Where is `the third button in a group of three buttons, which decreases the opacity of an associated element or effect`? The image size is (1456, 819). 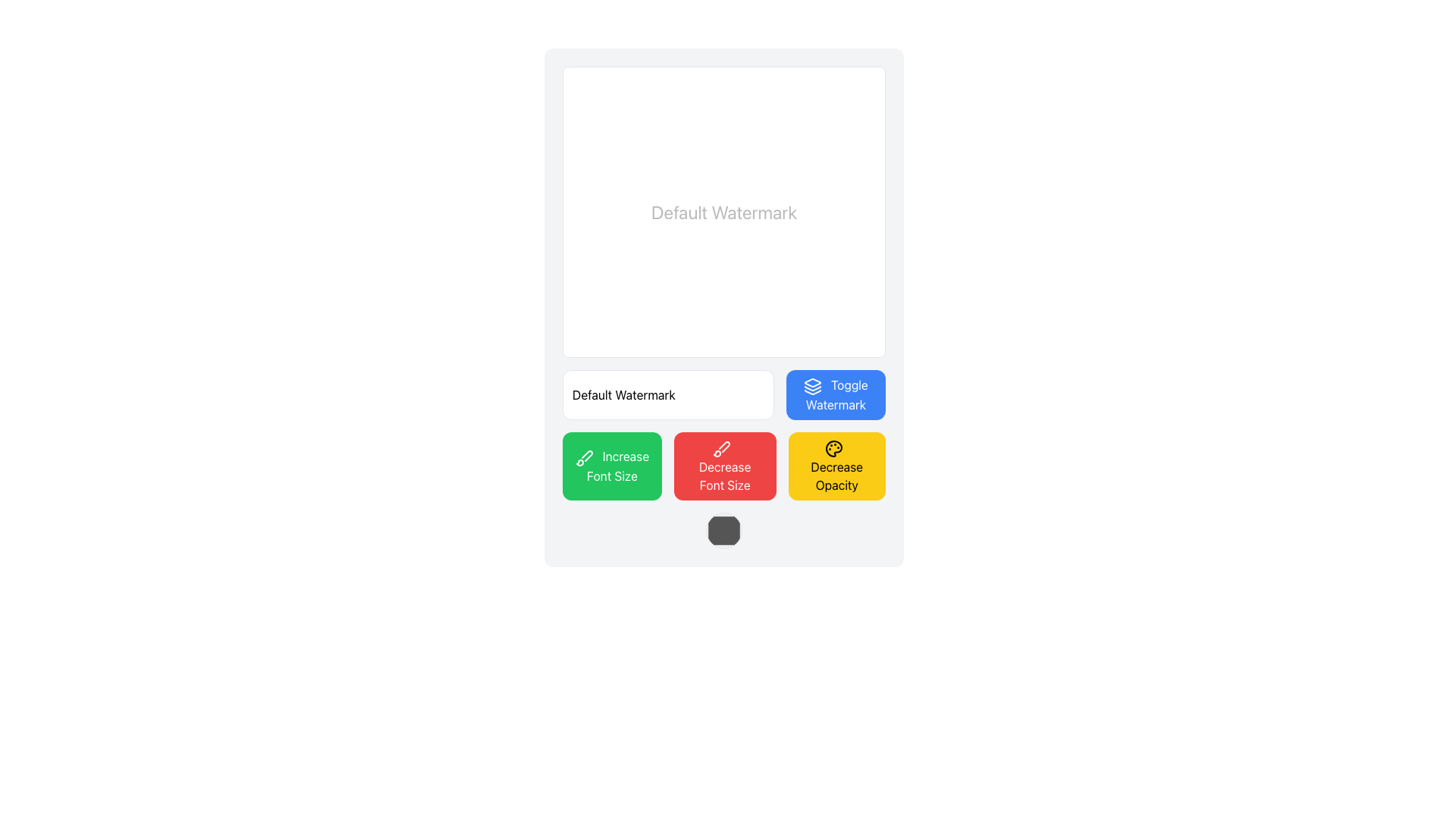 the third button in a group of three buttons, which decreases the opacity of an associated element or effect is located at coordinates (836, 465).